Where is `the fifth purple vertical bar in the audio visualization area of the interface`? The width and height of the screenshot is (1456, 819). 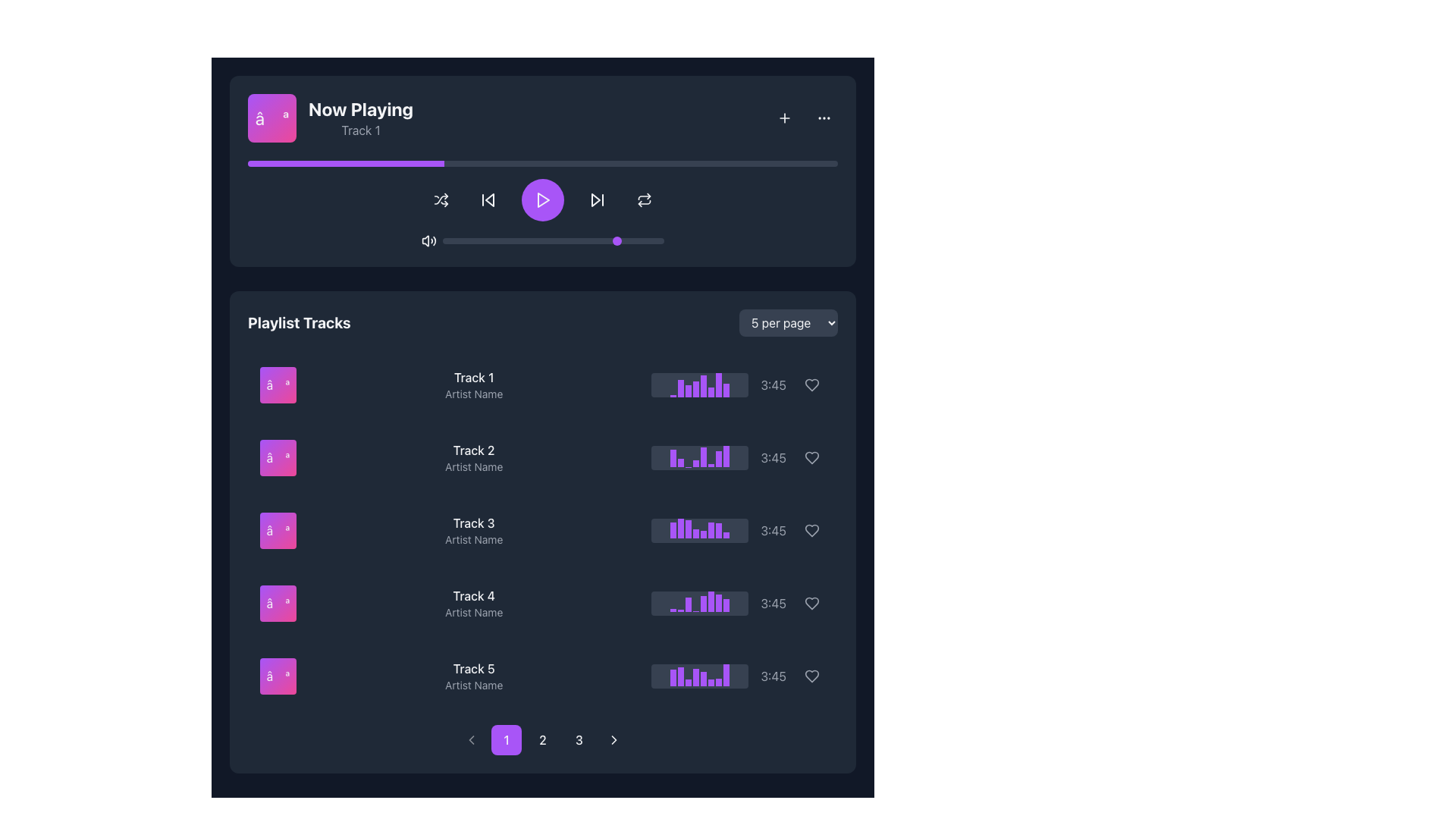 the fifth purple vertical bar in the audio visualization area of the interface is located at coordinates (703, 678).